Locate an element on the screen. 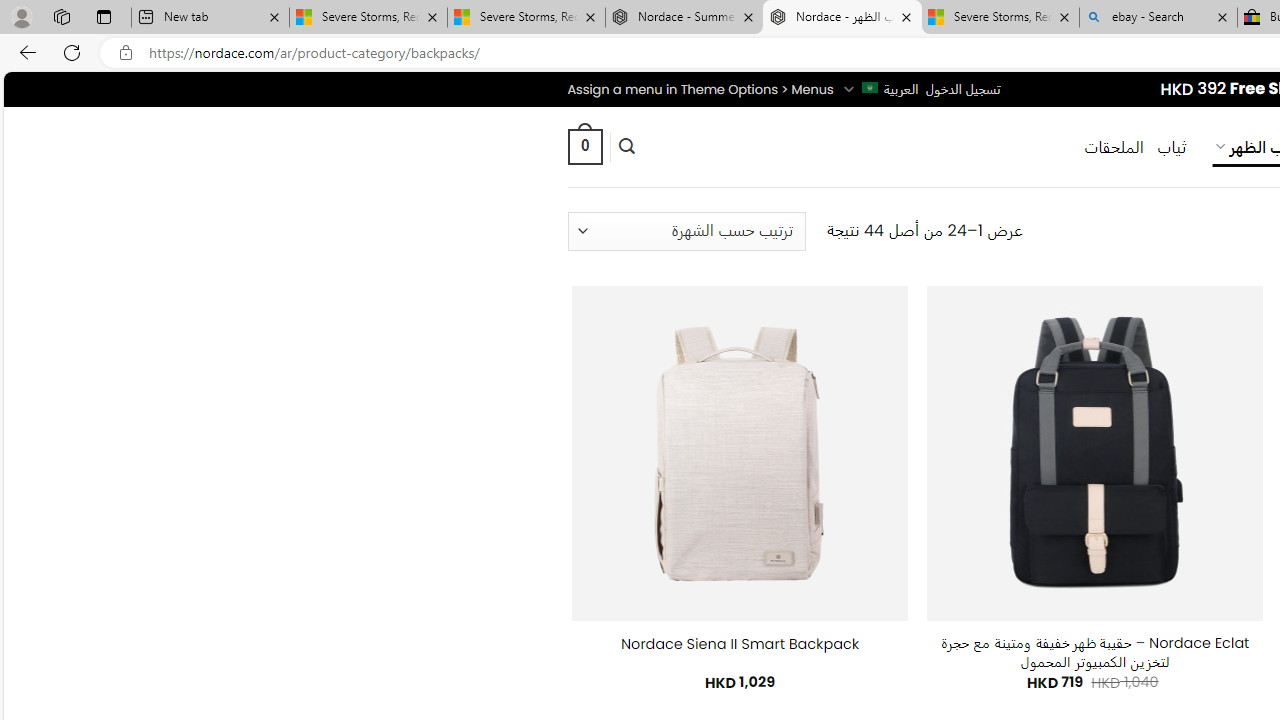 This screenshot has width=1280, height=720. '  0  ' is located at coordinates (583, 145).